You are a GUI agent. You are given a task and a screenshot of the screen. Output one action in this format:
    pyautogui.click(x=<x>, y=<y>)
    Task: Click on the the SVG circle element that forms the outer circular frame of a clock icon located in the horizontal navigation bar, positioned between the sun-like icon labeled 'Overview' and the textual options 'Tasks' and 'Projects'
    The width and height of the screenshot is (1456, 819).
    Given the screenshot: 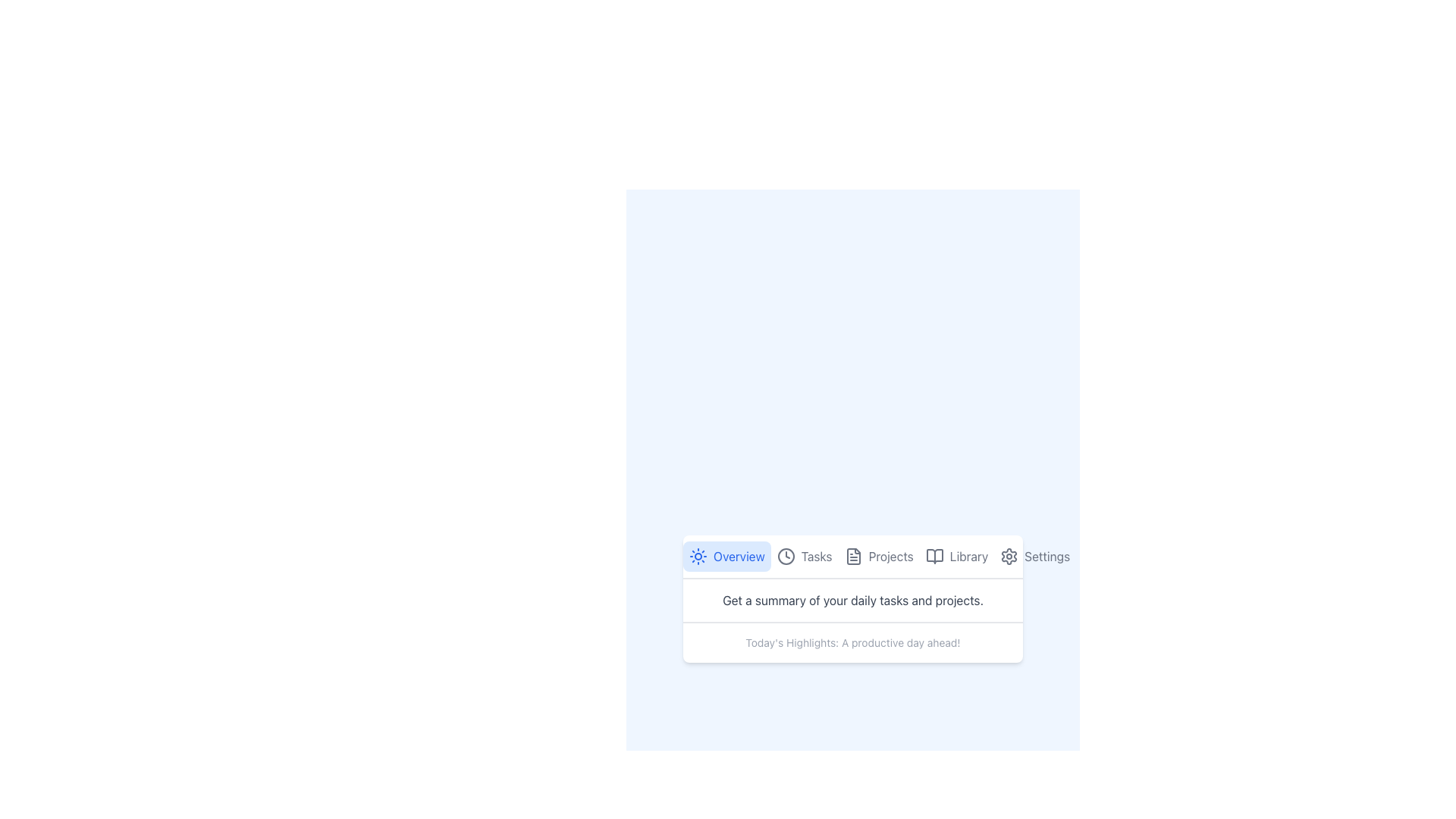 What is the action you would take?
    pyautogui.click(x=786, y=556)
    